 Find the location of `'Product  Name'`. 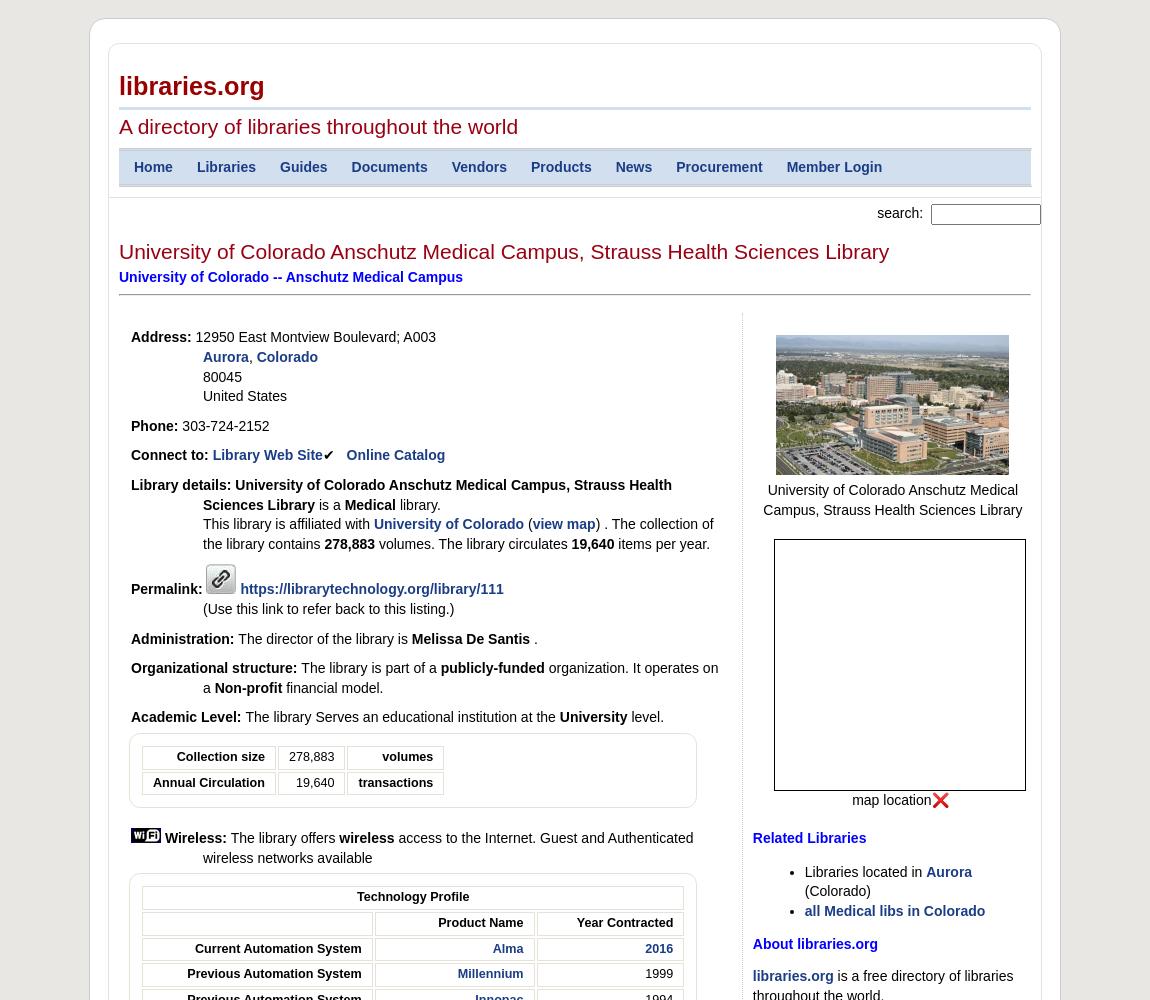

'Product  Name' is located at coordinates (480, 922).